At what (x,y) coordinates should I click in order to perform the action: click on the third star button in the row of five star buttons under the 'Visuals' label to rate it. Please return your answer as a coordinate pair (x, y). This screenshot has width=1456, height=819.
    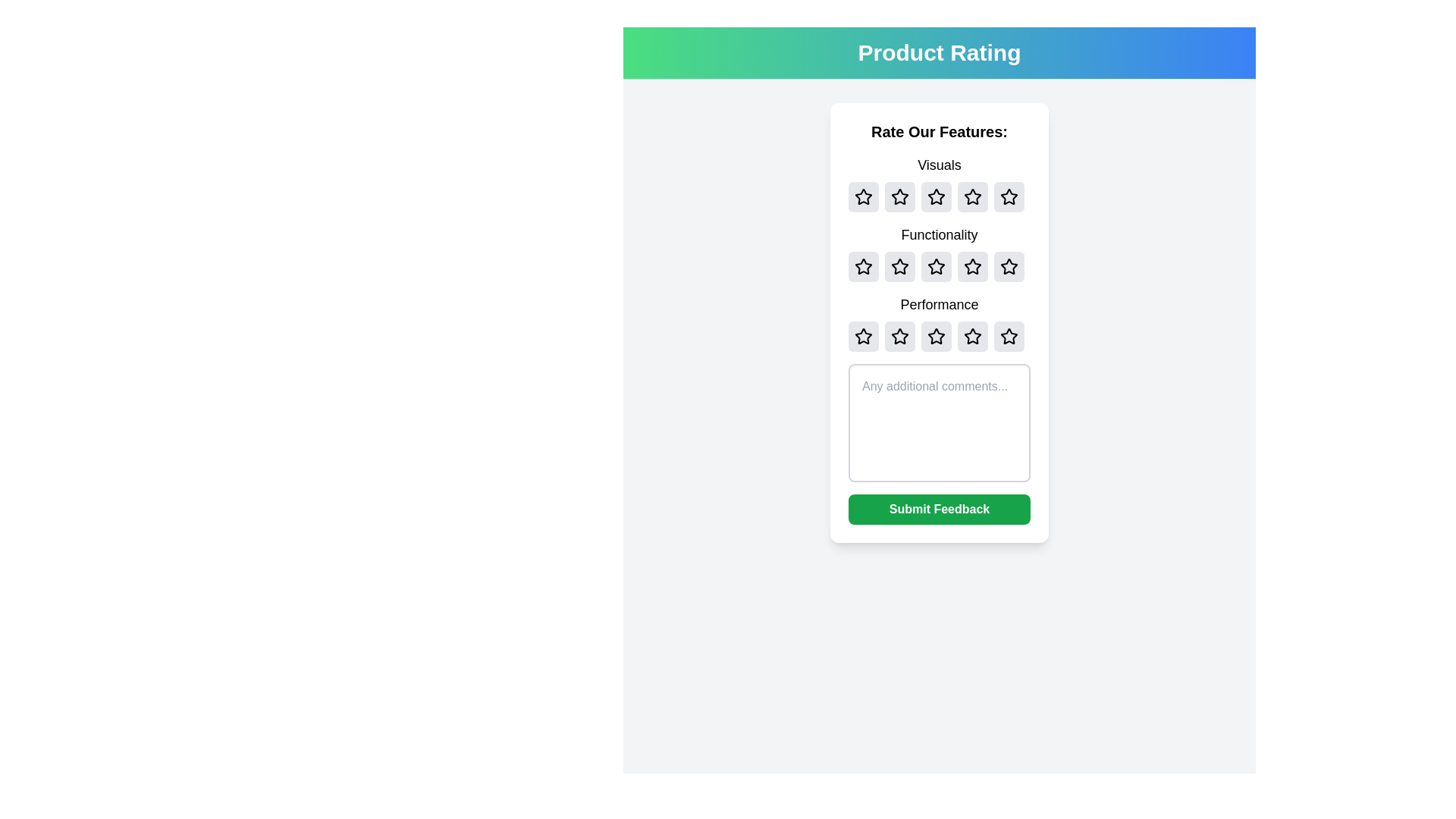
    Looking at the image, I should click on (938, 183).